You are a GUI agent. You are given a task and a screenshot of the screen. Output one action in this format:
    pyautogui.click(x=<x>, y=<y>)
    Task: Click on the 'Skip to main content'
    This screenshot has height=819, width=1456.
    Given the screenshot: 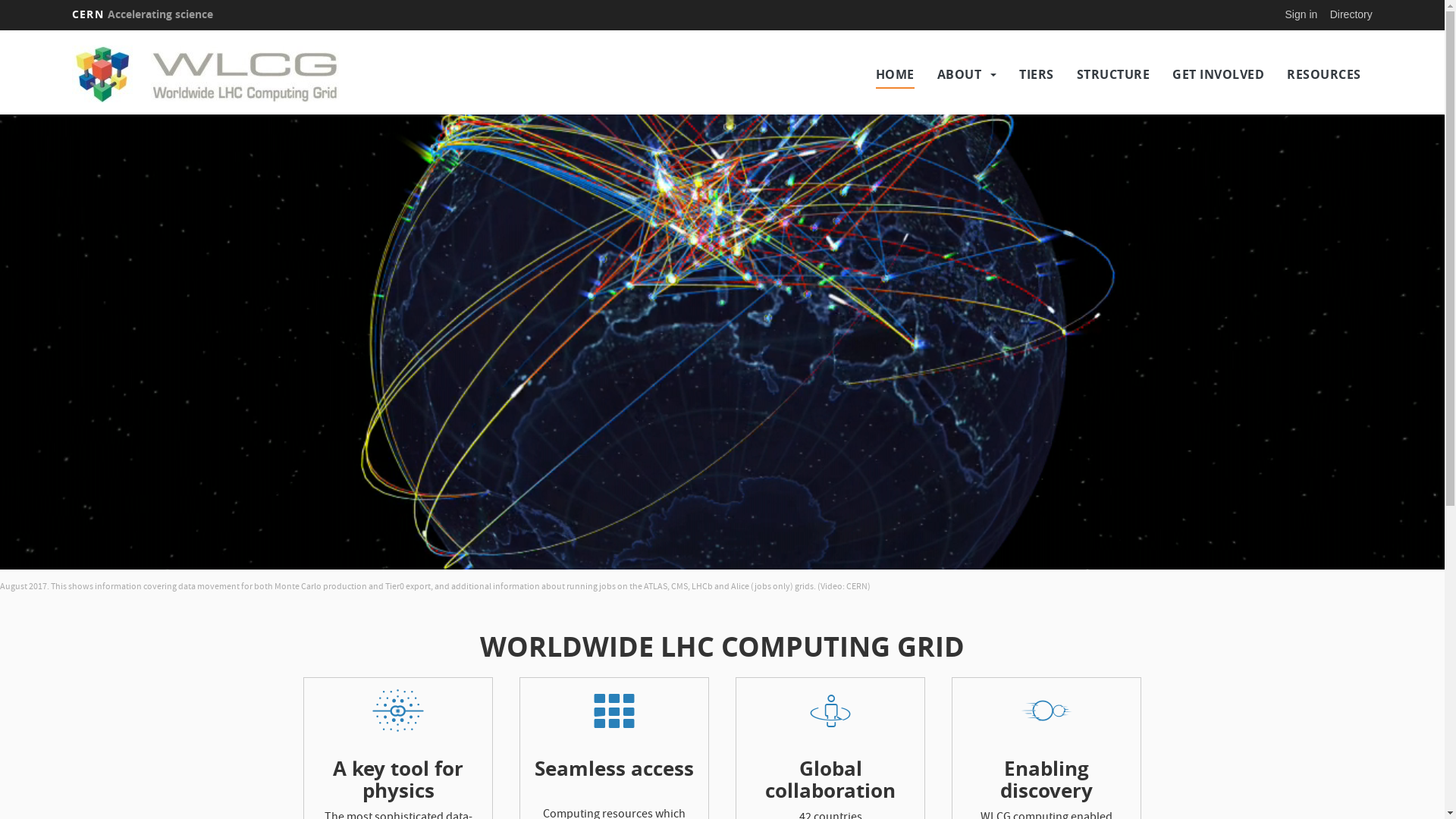 What is the action you would take?
    pyautogui.click(x=0, y=30)
    